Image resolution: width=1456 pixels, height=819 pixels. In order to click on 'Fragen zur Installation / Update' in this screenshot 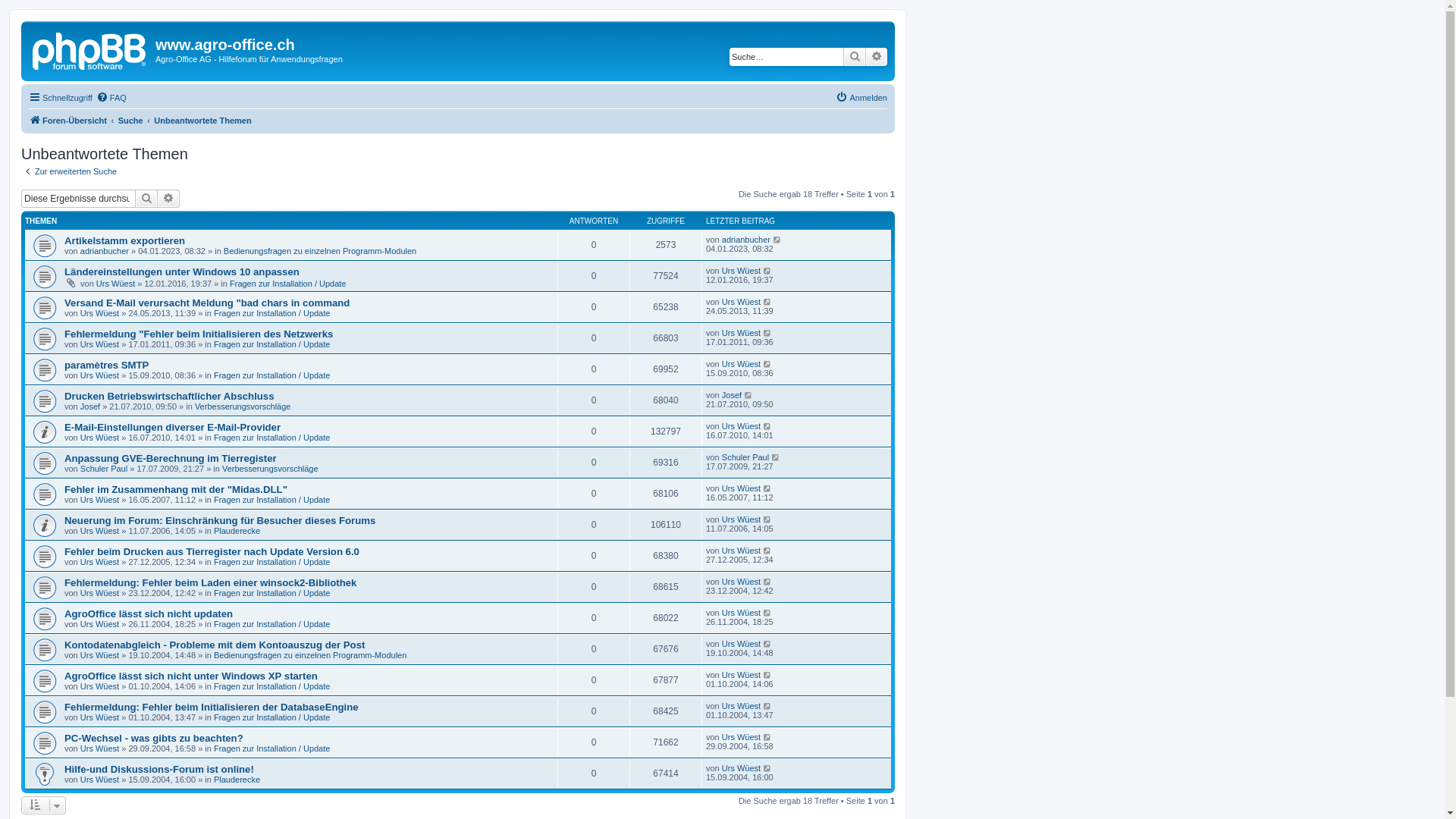, I will do `click(271, 623)`.